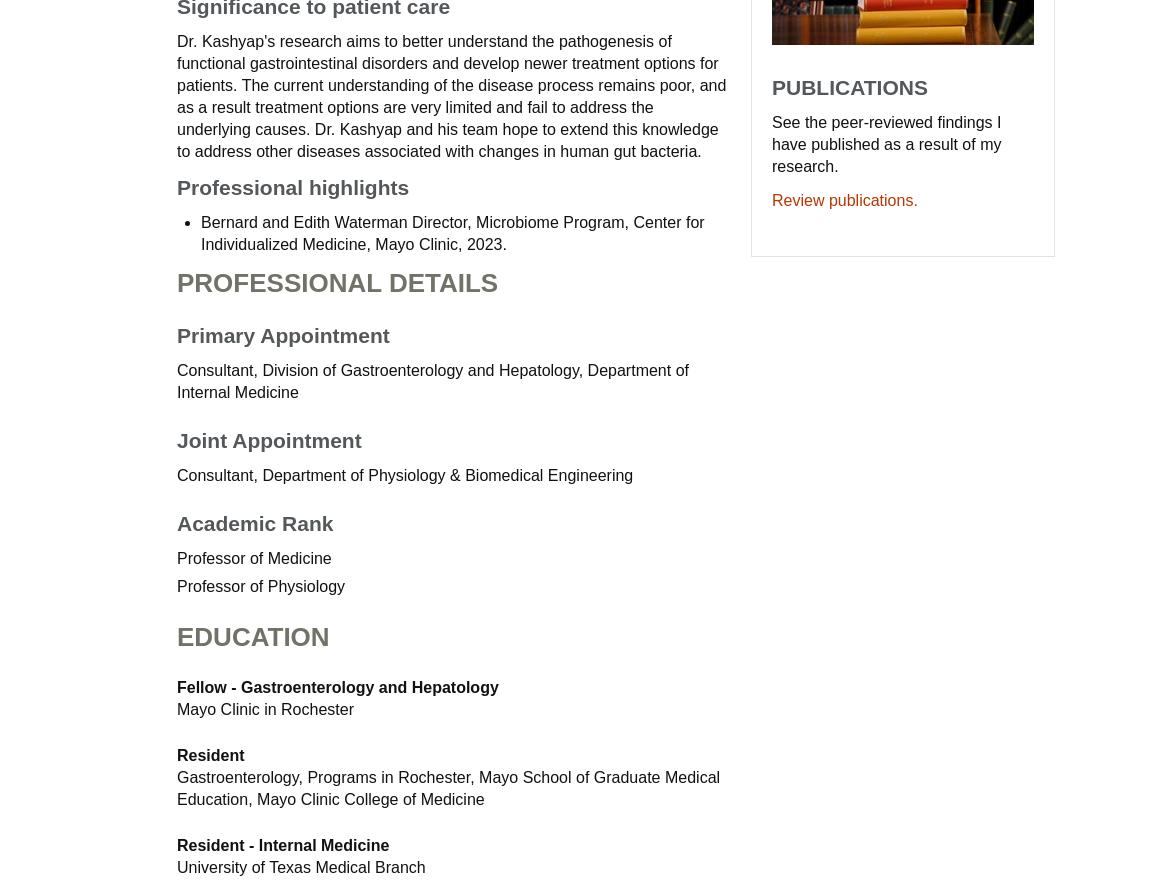 The image size is (1150, 888). Describe the element at coordinates (848, 85) in the screenshot. I see `'Publications'` at that location.